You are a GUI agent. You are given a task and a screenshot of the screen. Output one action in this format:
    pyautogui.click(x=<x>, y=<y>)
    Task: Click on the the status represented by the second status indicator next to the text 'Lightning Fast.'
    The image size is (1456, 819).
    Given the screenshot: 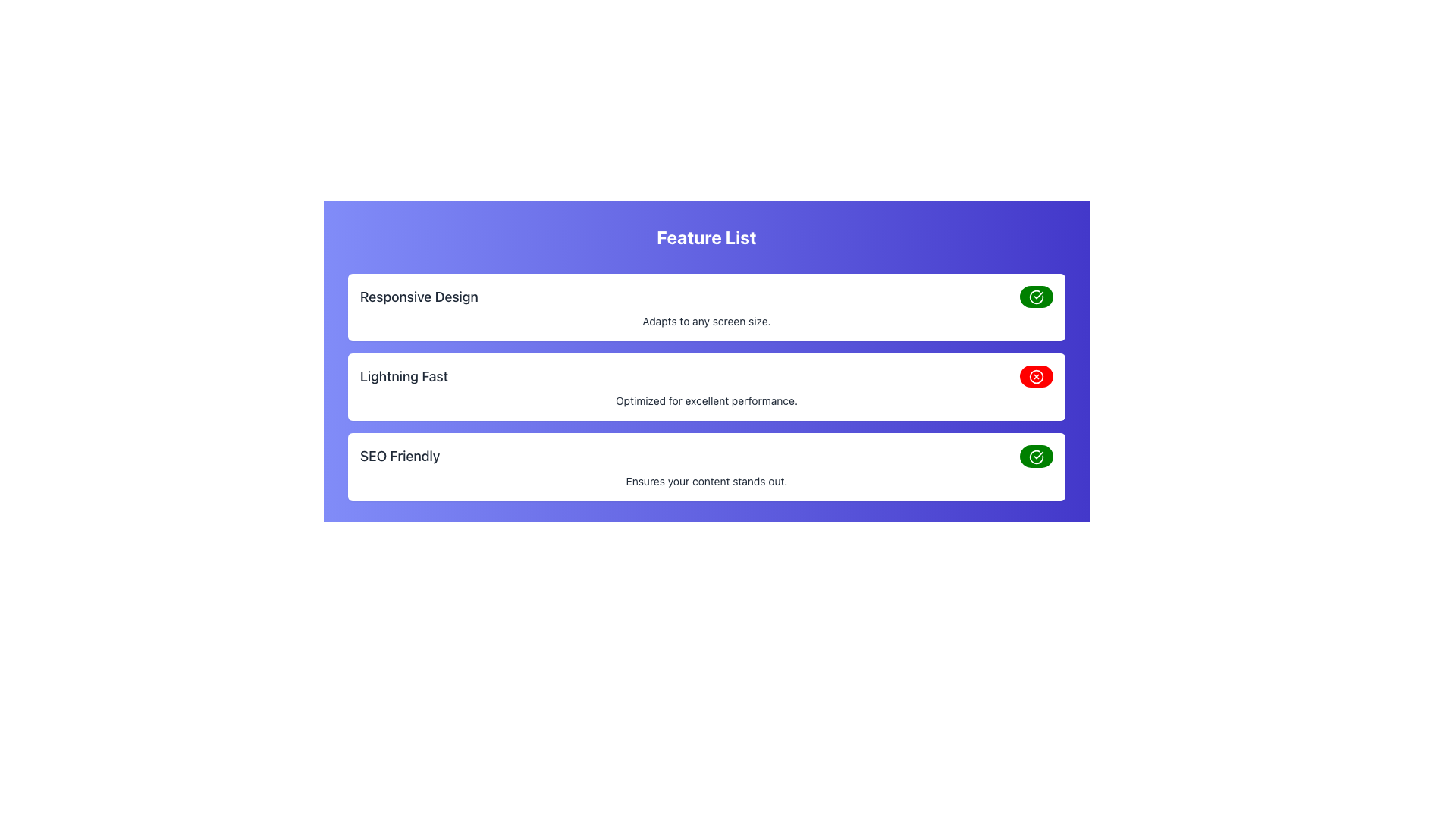 What is the action you would take?
    pyautogui.click(x=1036, y=376)
    